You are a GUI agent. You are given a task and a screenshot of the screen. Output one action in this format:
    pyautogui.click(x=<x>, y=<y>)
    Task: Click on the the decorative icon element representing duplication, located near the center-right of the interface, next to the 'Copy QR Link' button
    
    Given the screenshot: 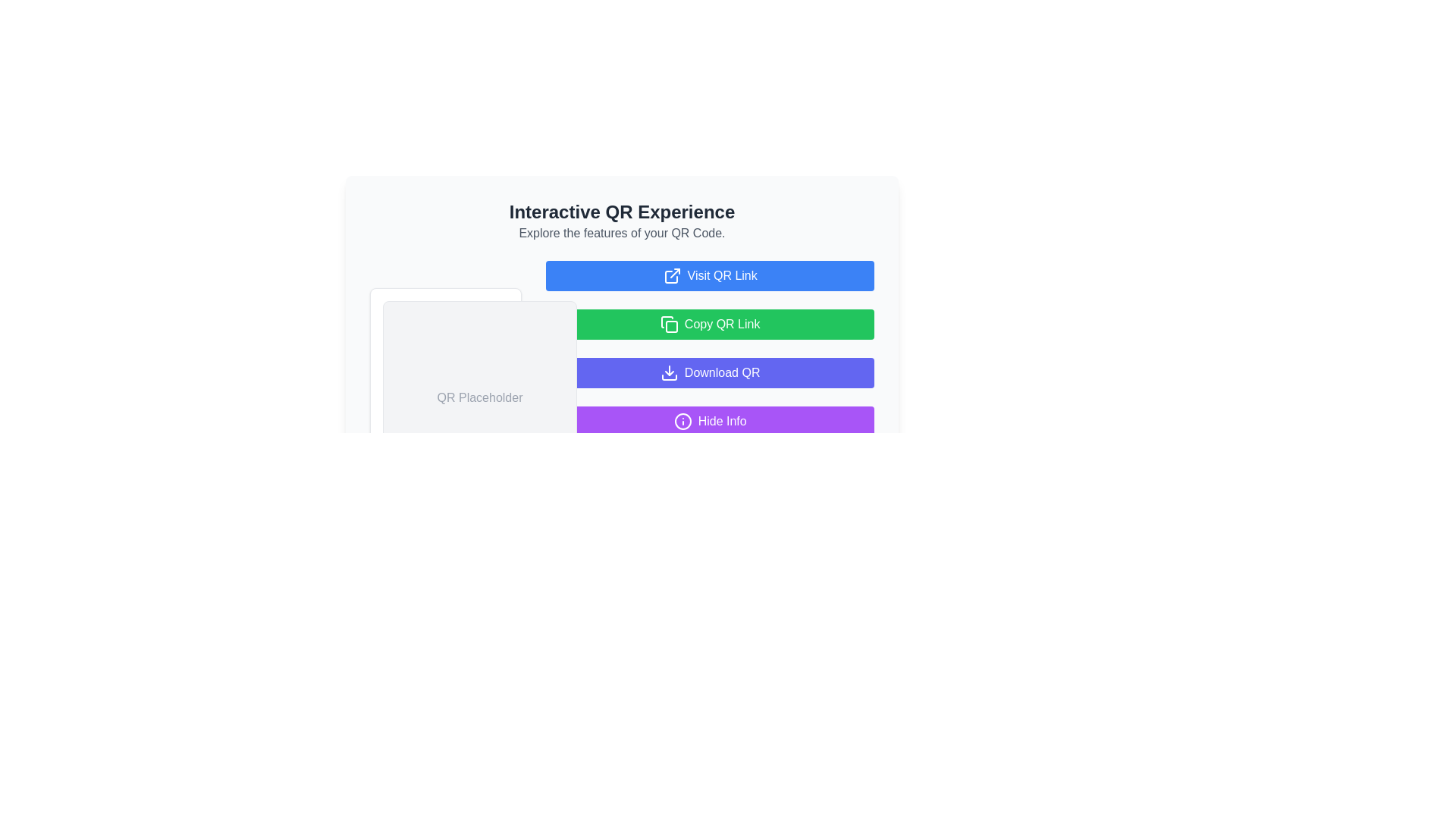 What is the action you would take?
    pyautogui.click(x=670, y=326)
    